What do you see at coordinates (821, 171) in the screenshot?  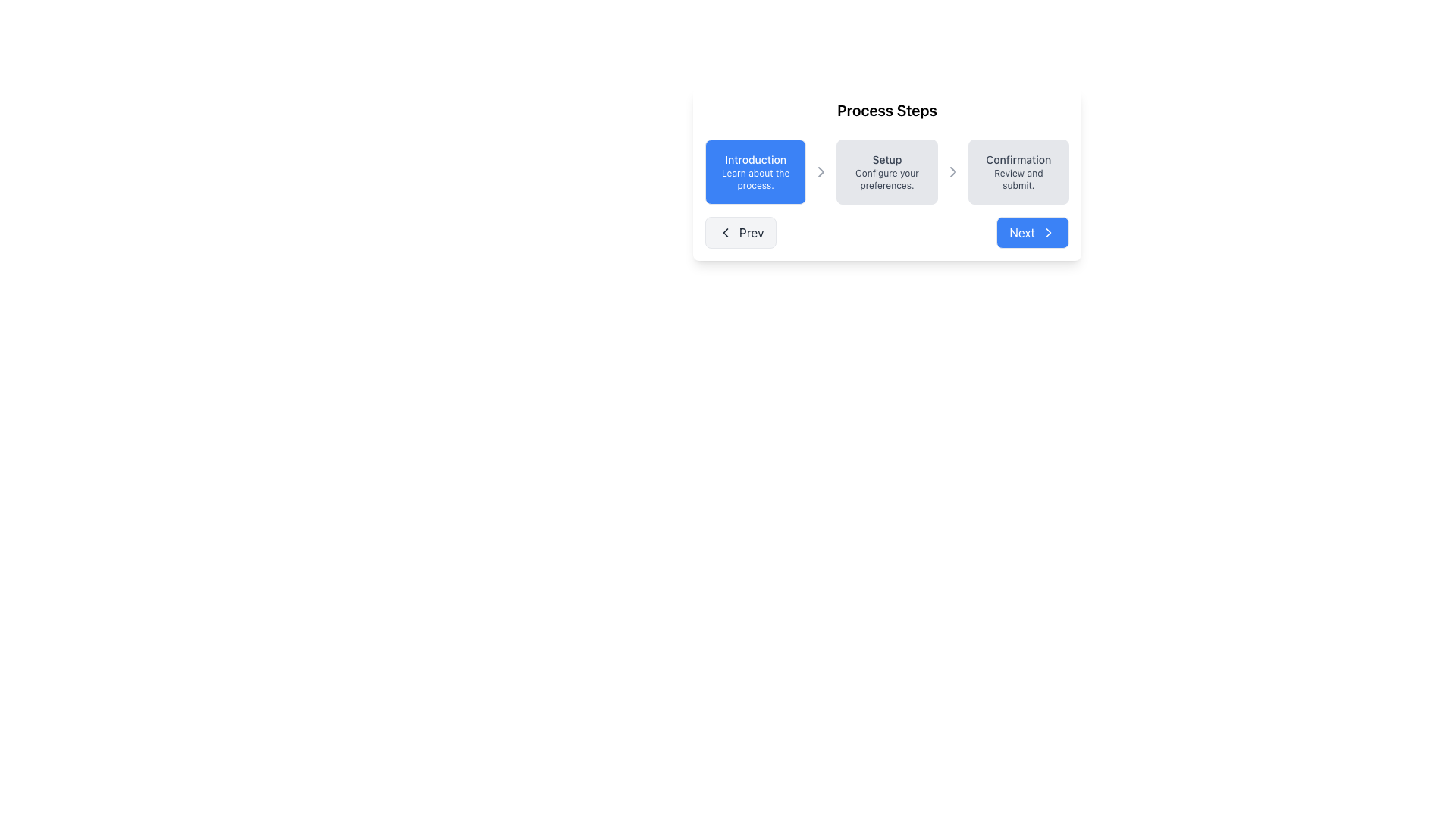 I see `the SVG Chevron icon that visually indicates progression between the 'Introduction' and 'Setup' steps on the process step navigator bar` at bounding box center [821, 171].